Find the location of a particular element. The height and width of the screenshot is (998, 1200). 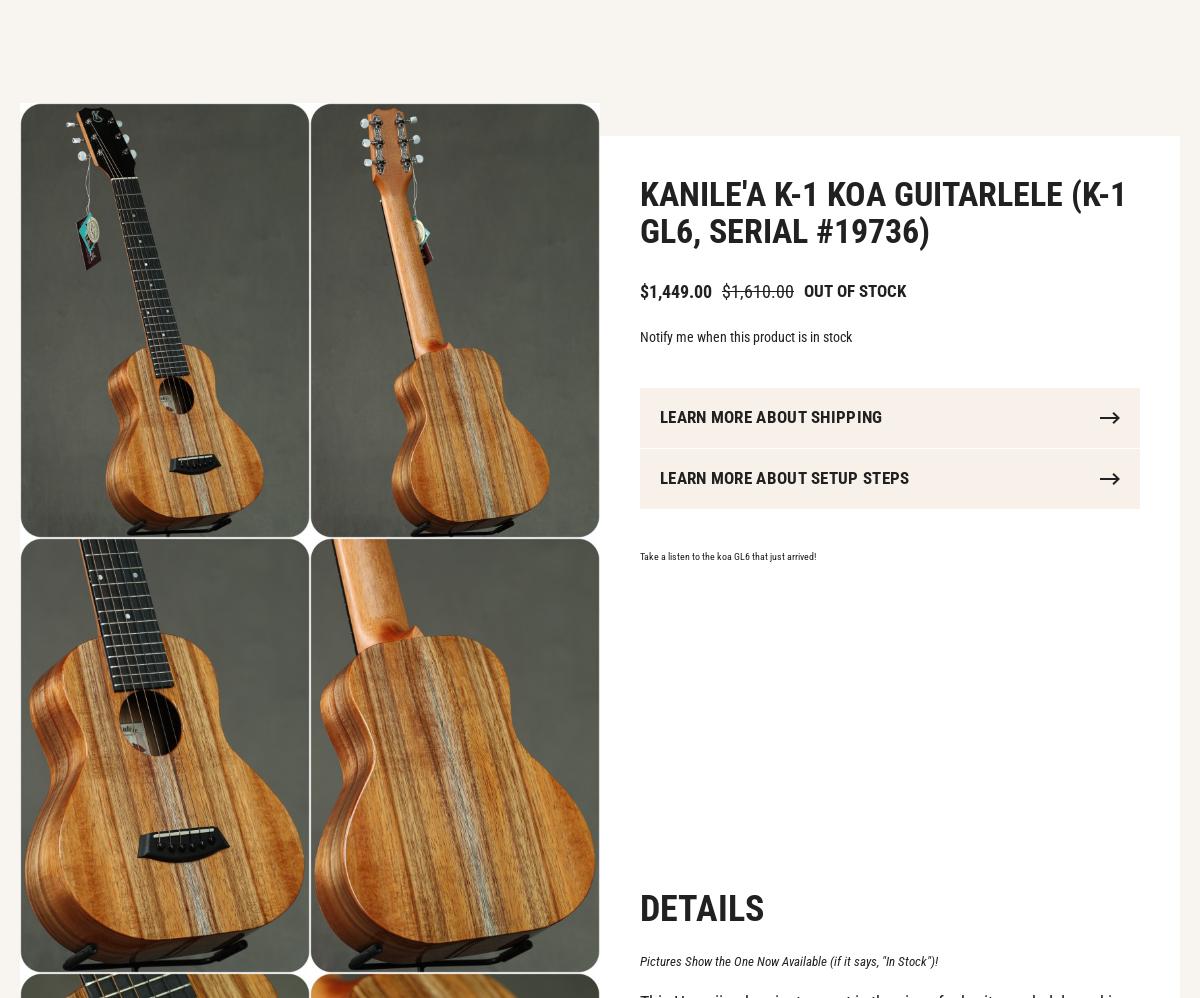

'About' is located at coordinates (683, 50).